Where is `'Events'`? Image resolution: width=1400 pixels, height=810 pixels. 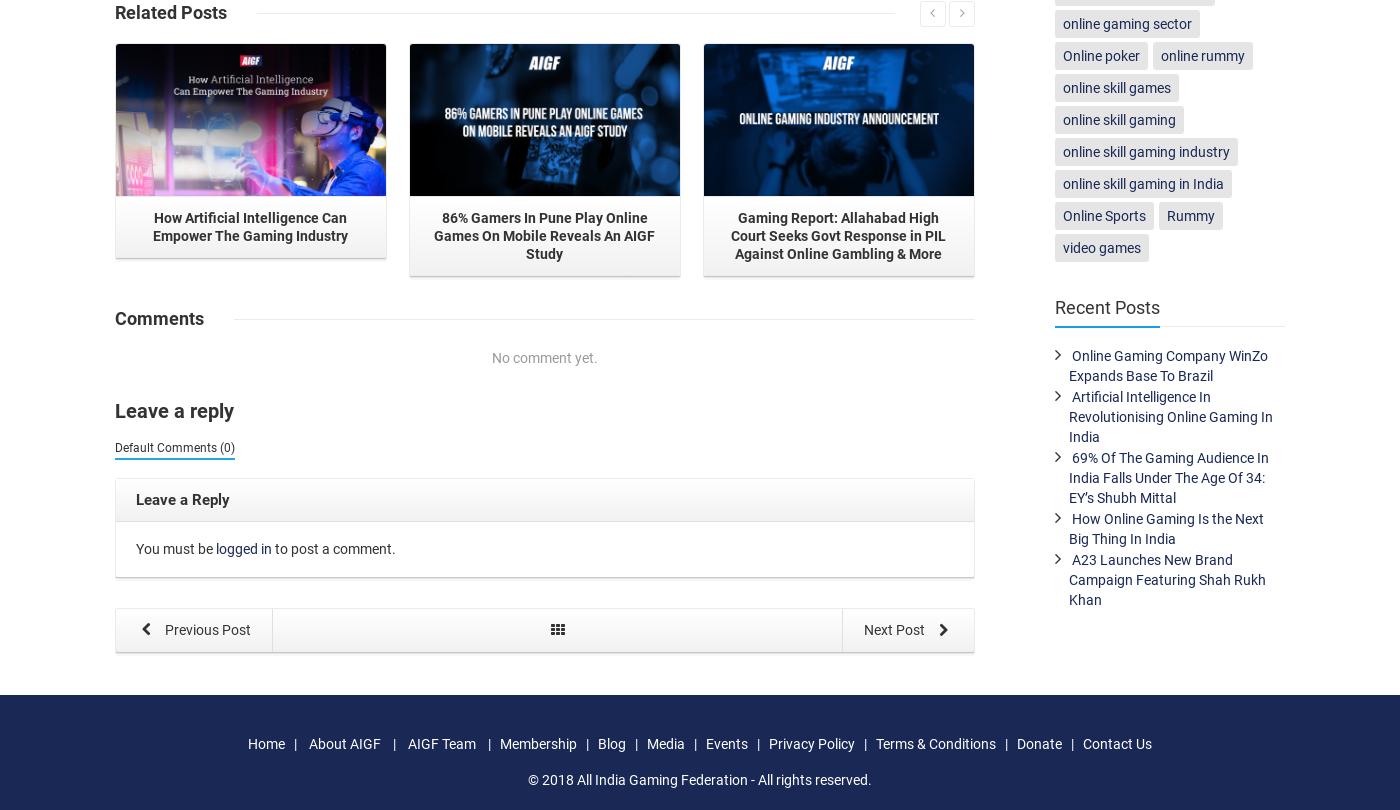 'Events' is located at coordinates (726, 742).